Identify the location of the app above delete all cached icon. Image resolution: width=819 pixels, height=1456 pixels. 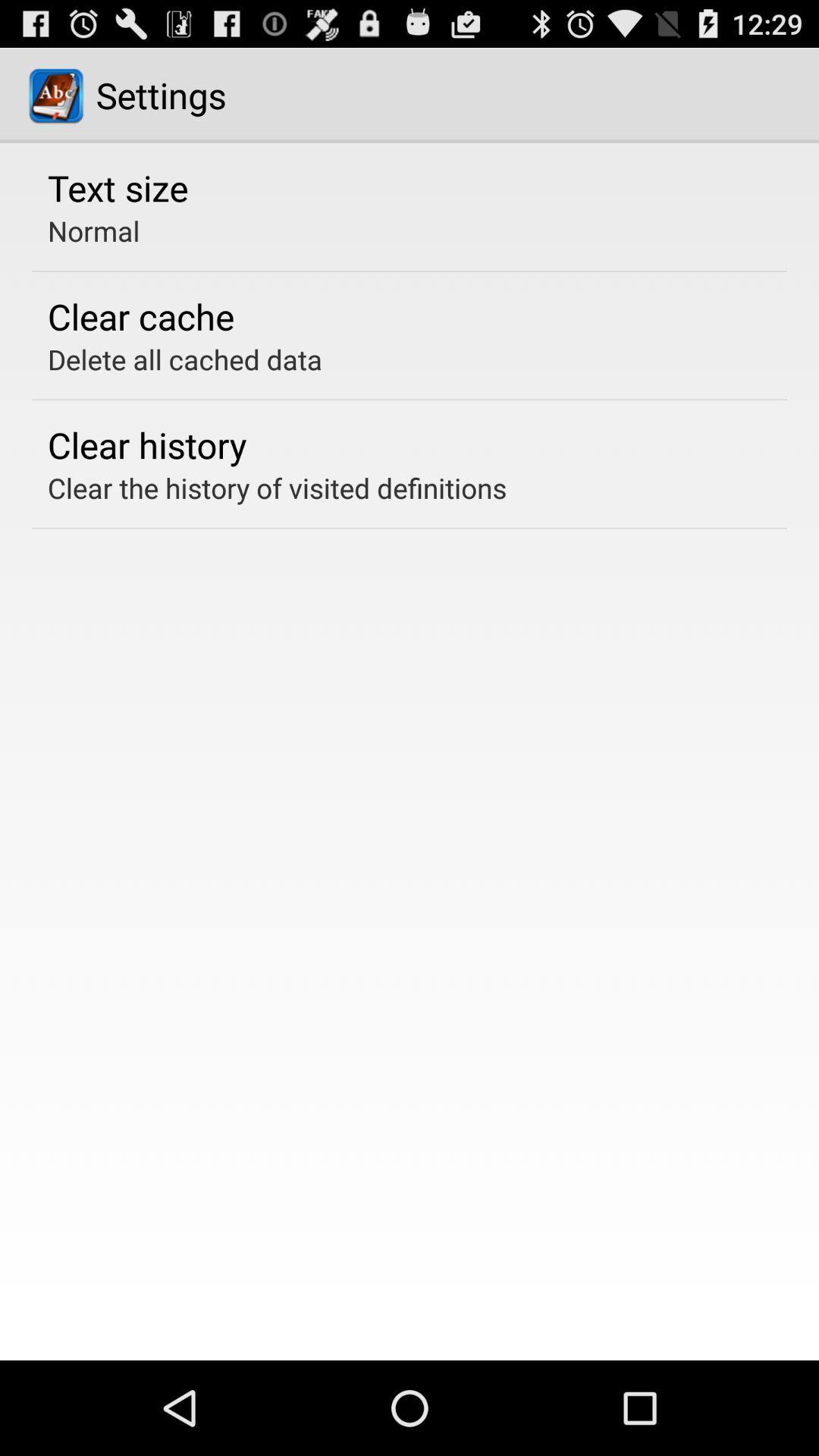
(140, 315).